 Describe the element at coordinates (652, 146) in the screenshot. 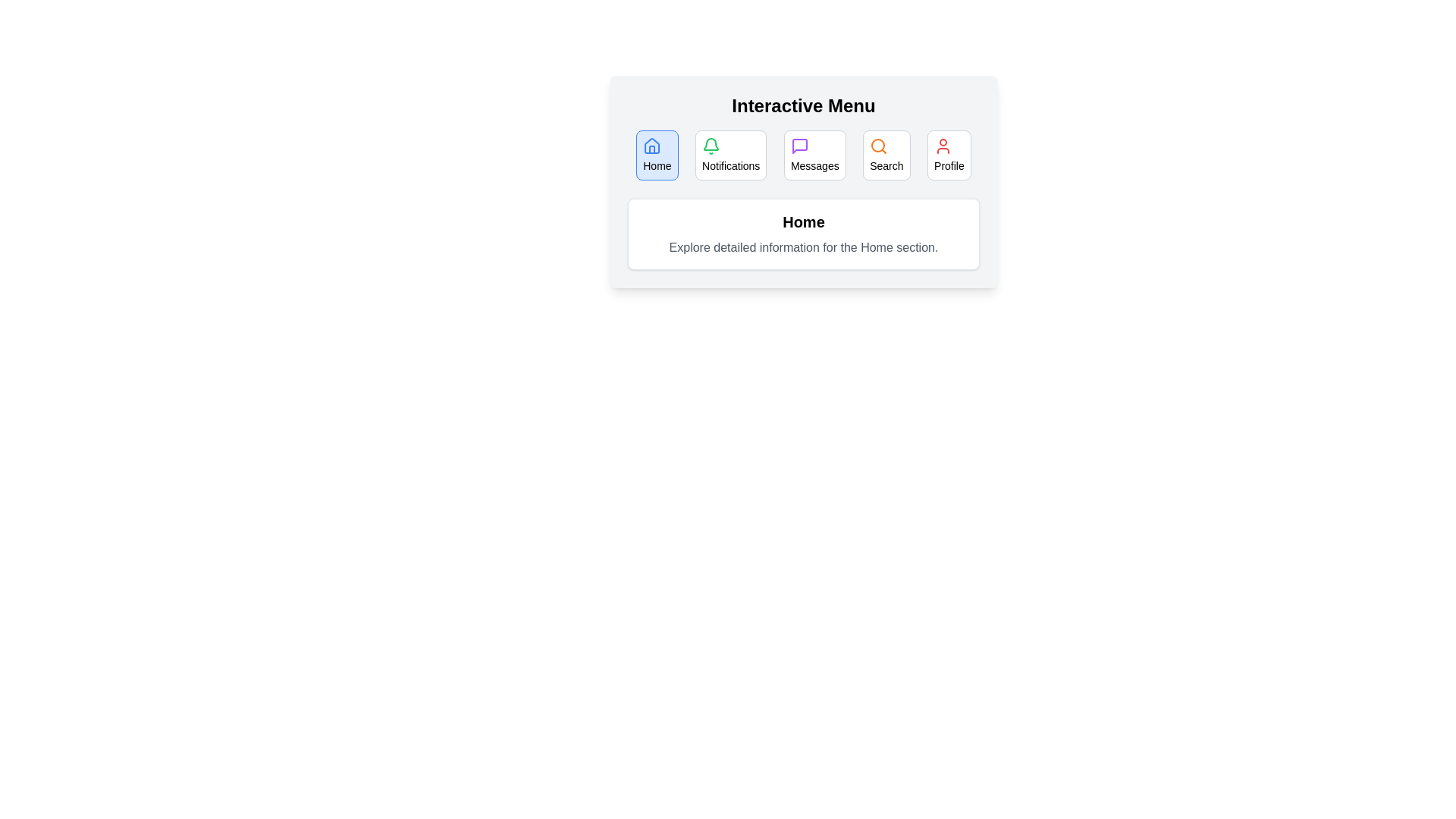

I see `the house icon with a blue outline in the top menu labeled 'Home'` at that location.